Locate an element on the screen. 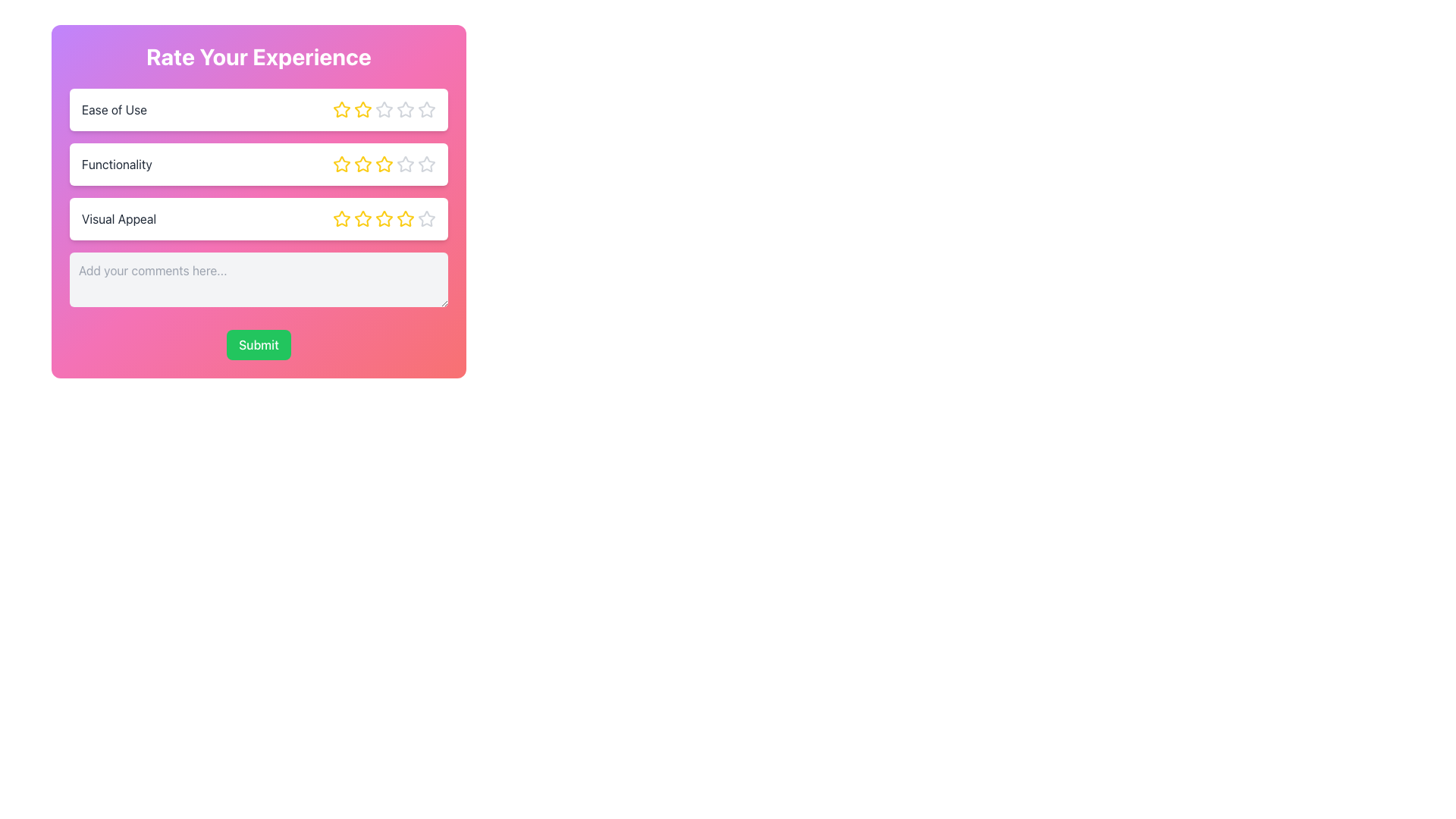 The image size is (1456, 819). the third star icon in the 'Visual Appeal' rating row is located at coordinates (384, 219).